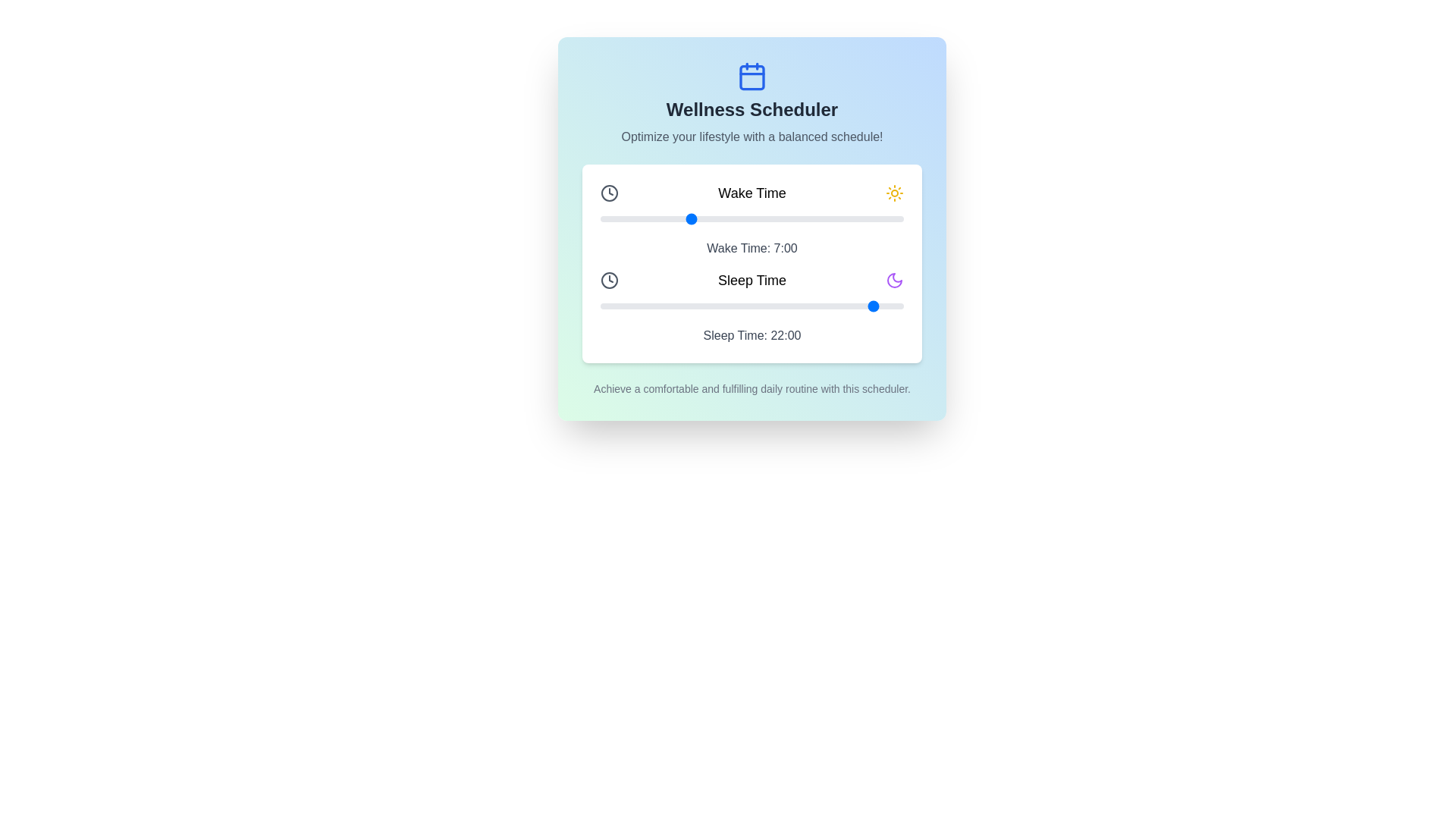 This screenshot has height=819, width=1456. I want to click on the time, so click(802, 306).